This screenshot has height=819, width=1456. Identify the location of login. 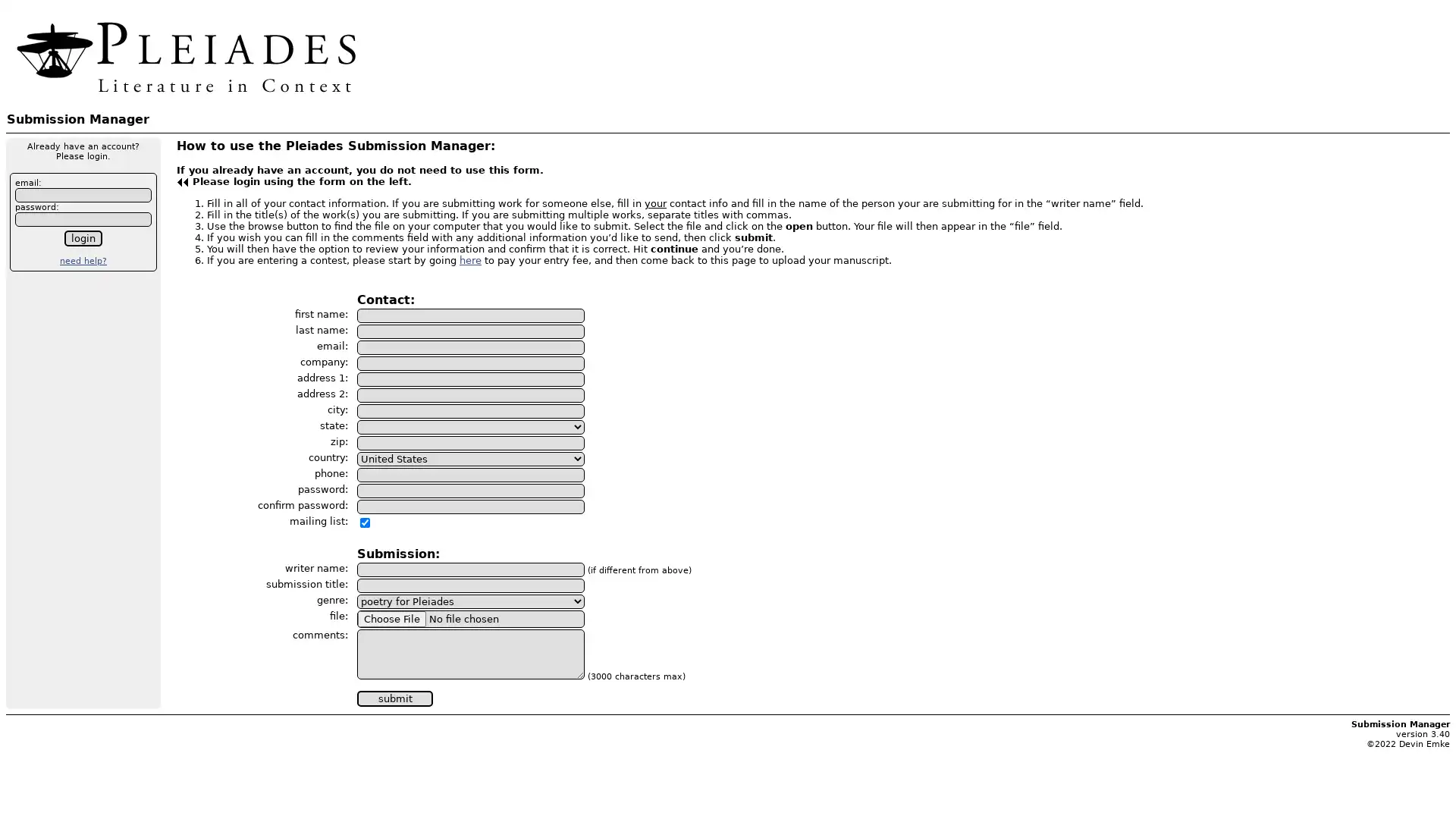
(83, 238).